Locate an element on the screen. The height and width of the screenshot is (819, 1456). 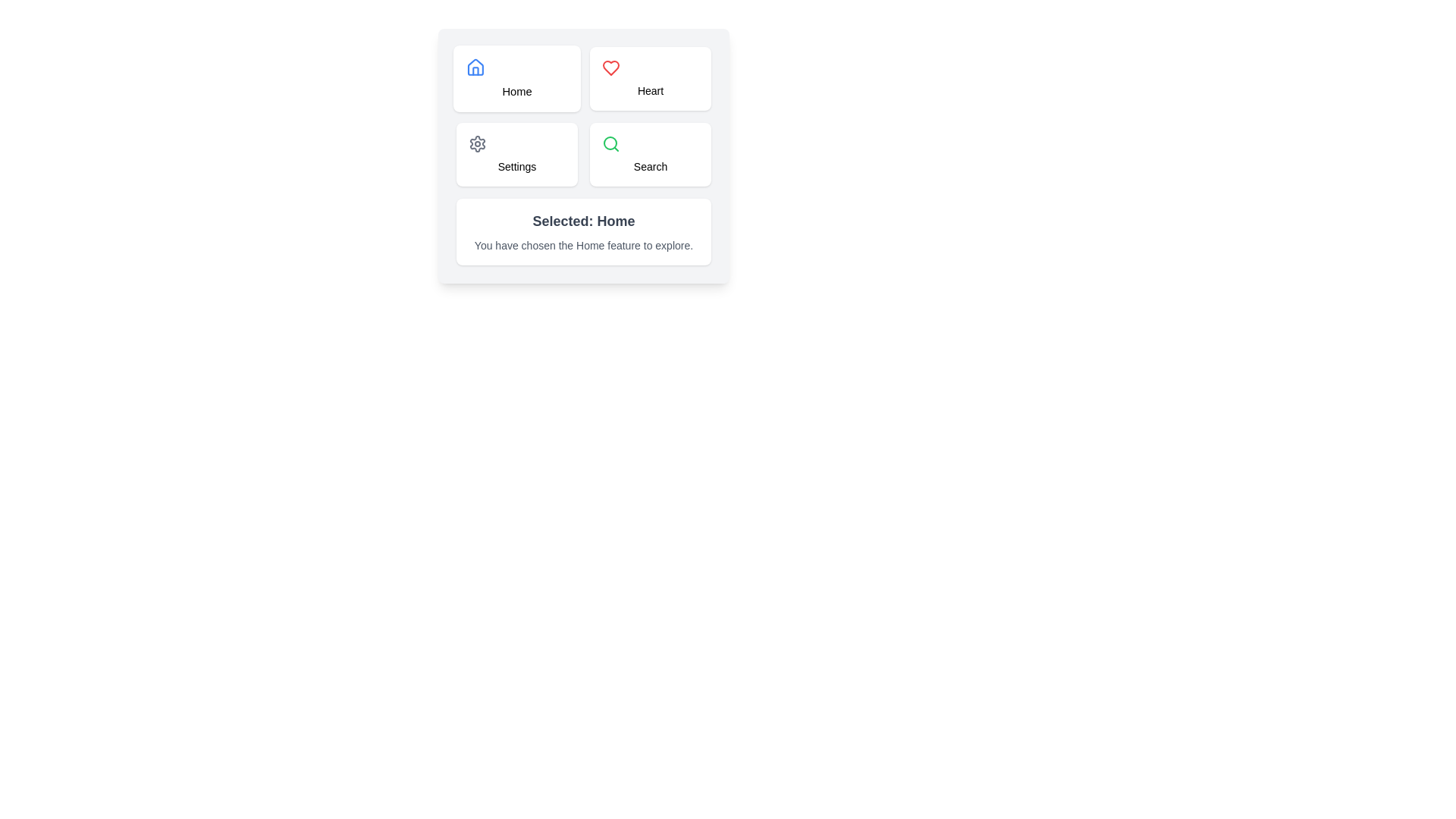
the Home icon located in the upper left corner of the button grid, which visually represents the Home feature of the UI is located at coordinates (475, 67).